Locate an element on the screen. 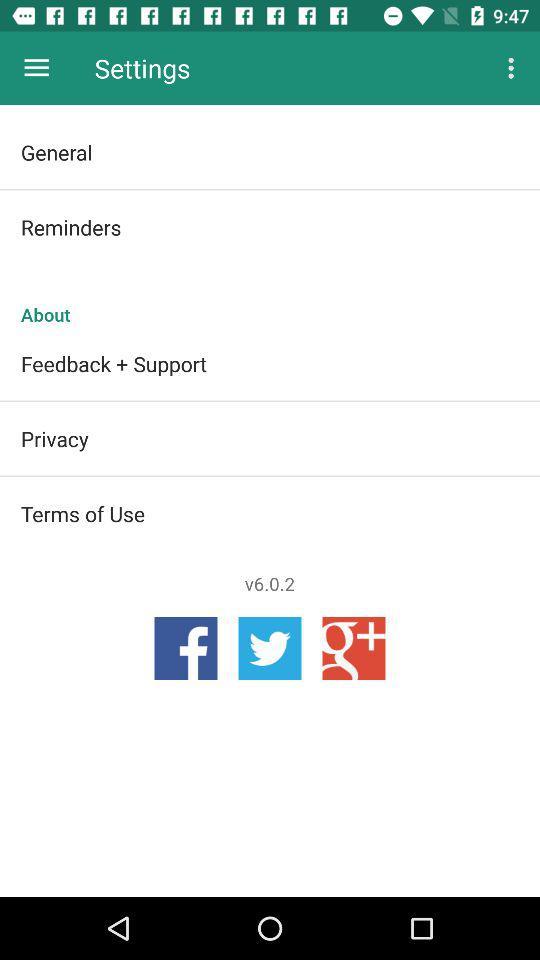 The width and height of the screenshot is (540, 960). app next to the settings app is located at coordinates (513, 68).